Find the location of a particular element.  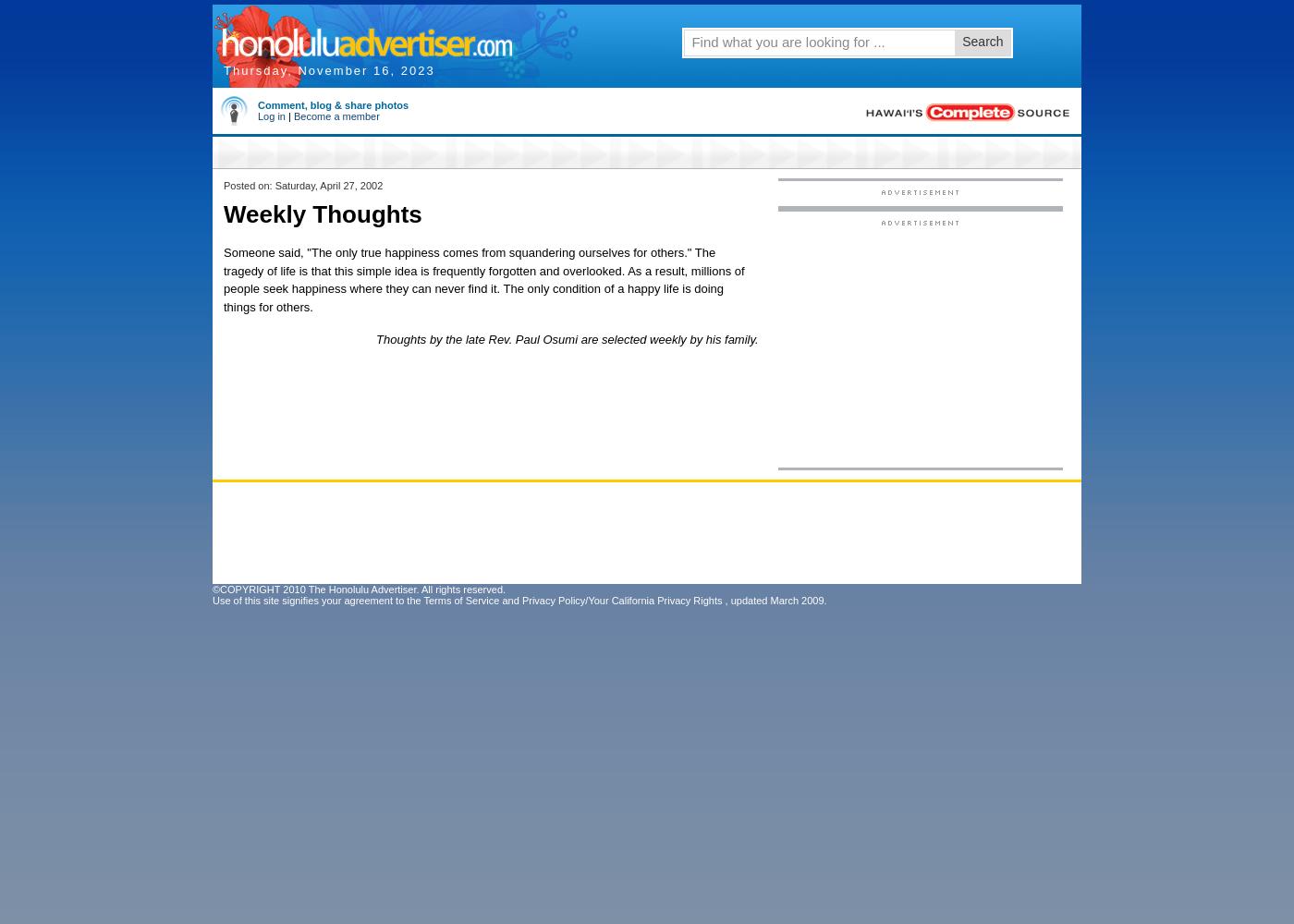

'Privacy Policy/Your California Privacy Rights' is located at coordinates (521, 601).